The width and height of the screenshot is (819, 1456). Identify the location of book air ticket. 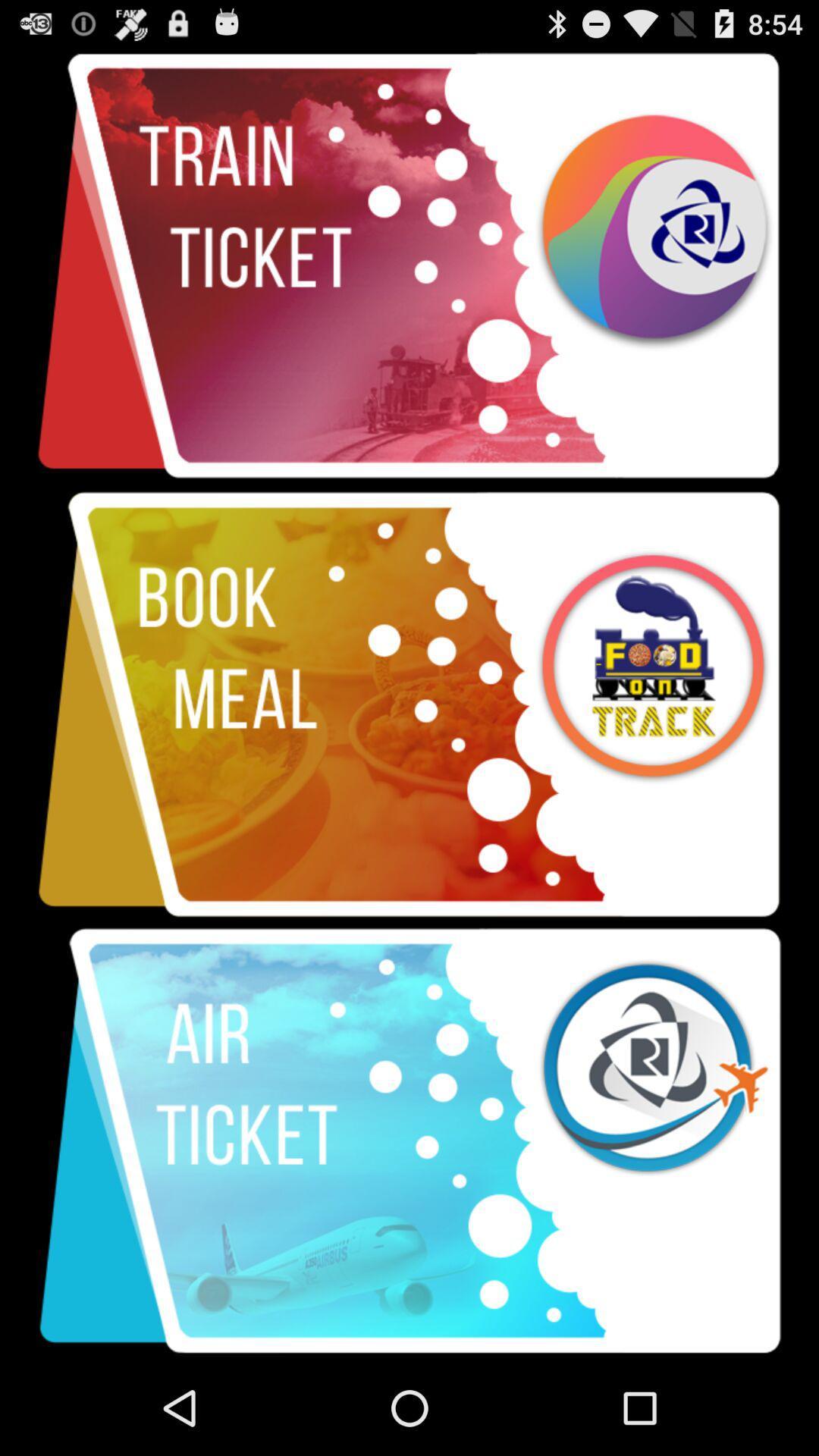
(409, 1141).